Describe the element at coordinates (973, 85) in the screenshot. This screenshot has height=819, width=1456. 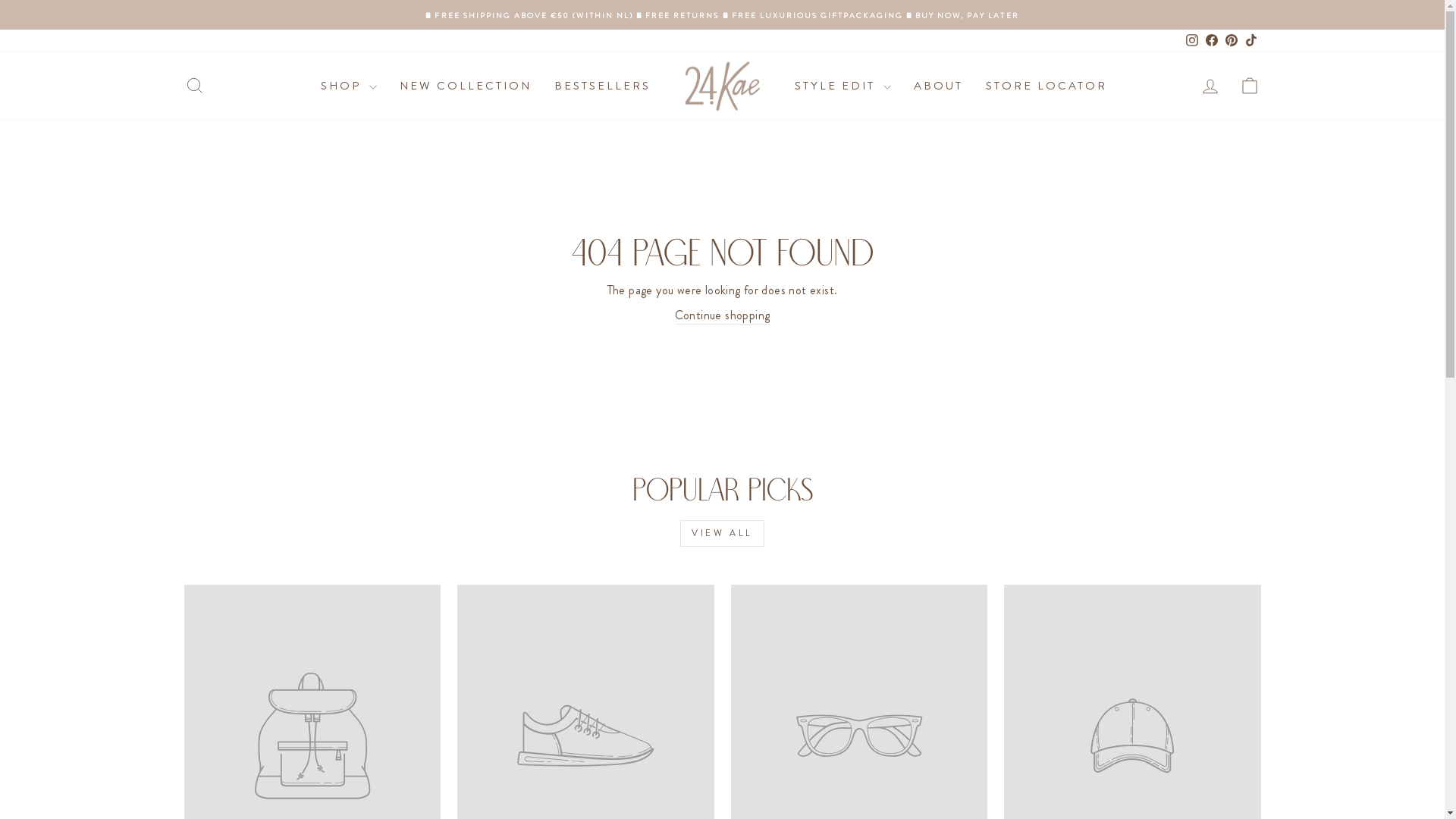
I see `'STORE LOCATOR'` at that location.